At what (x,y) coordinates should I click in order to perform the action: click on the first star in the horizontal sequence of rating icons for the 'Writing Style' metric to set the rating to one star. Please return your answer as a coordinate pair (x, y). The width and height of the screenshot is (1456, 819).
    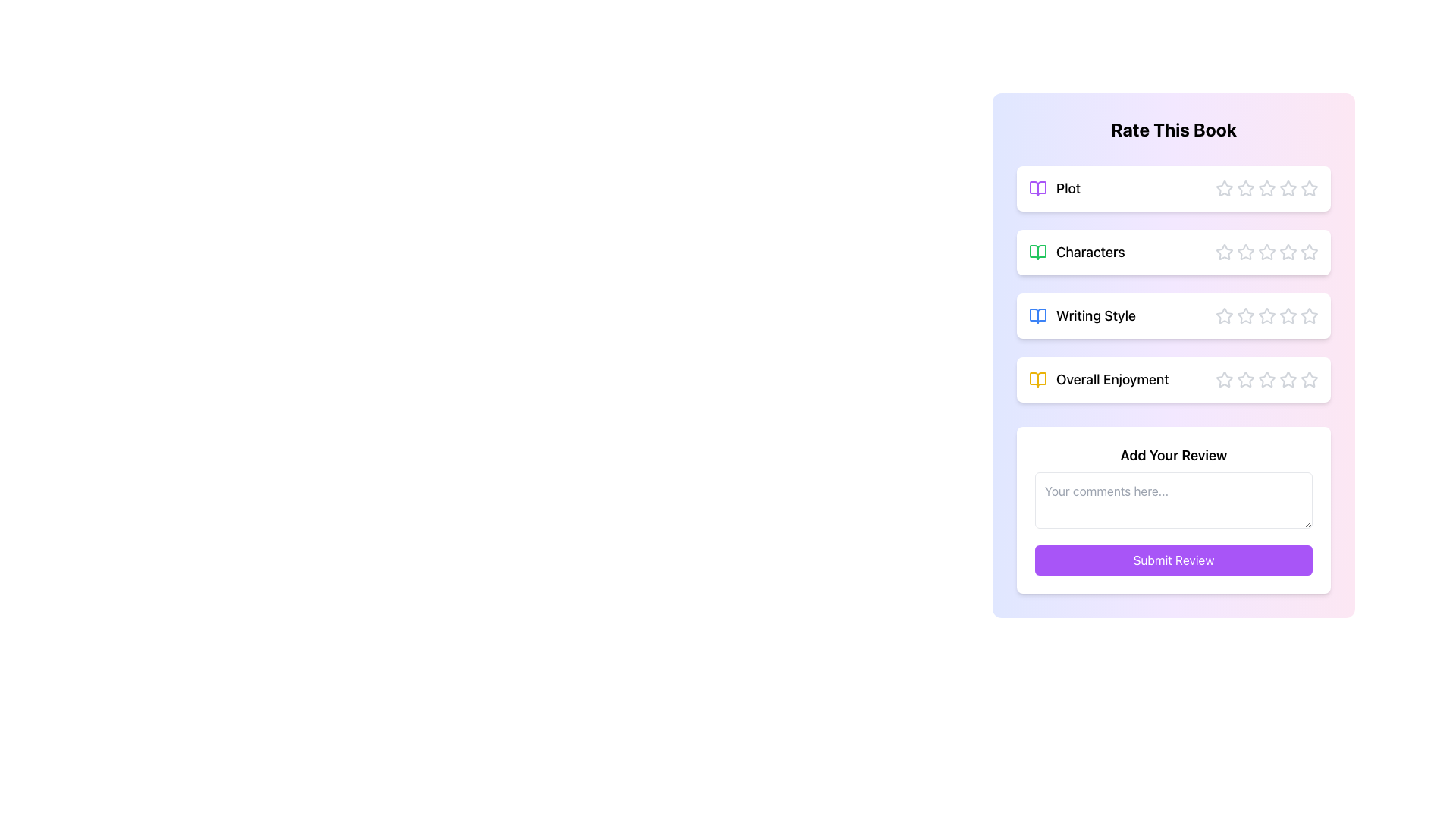
    Looking at the image, I should click on (1224, 315).